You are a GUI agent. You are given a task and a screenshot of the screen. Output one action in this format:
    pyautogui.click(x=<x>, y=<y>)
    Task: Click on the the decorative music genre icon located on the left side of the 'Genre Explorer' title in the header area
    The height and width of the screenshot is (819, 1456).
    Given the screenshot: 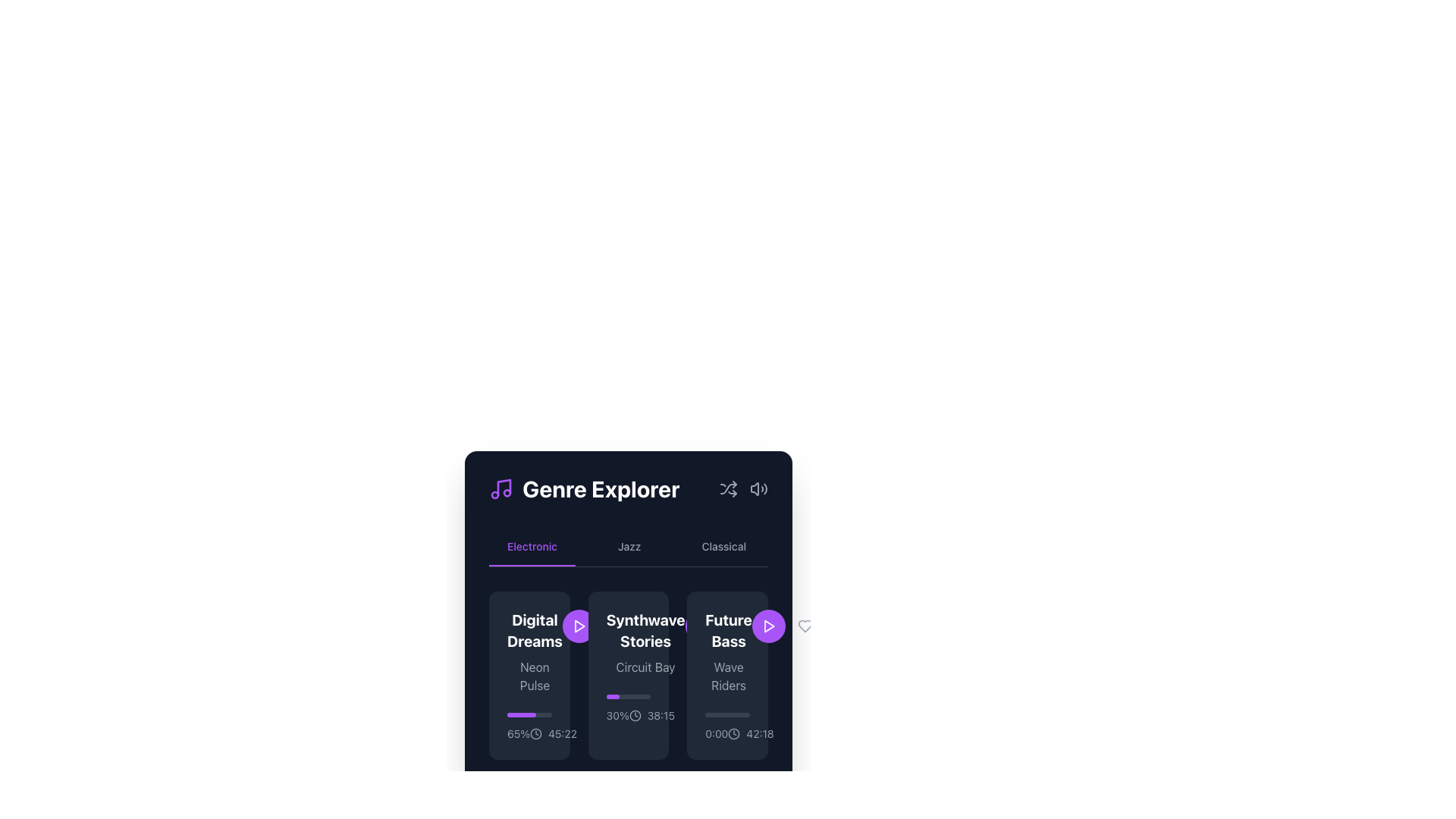 What is the action you would take?
    pyautogui.click(x=501, y=488)
    